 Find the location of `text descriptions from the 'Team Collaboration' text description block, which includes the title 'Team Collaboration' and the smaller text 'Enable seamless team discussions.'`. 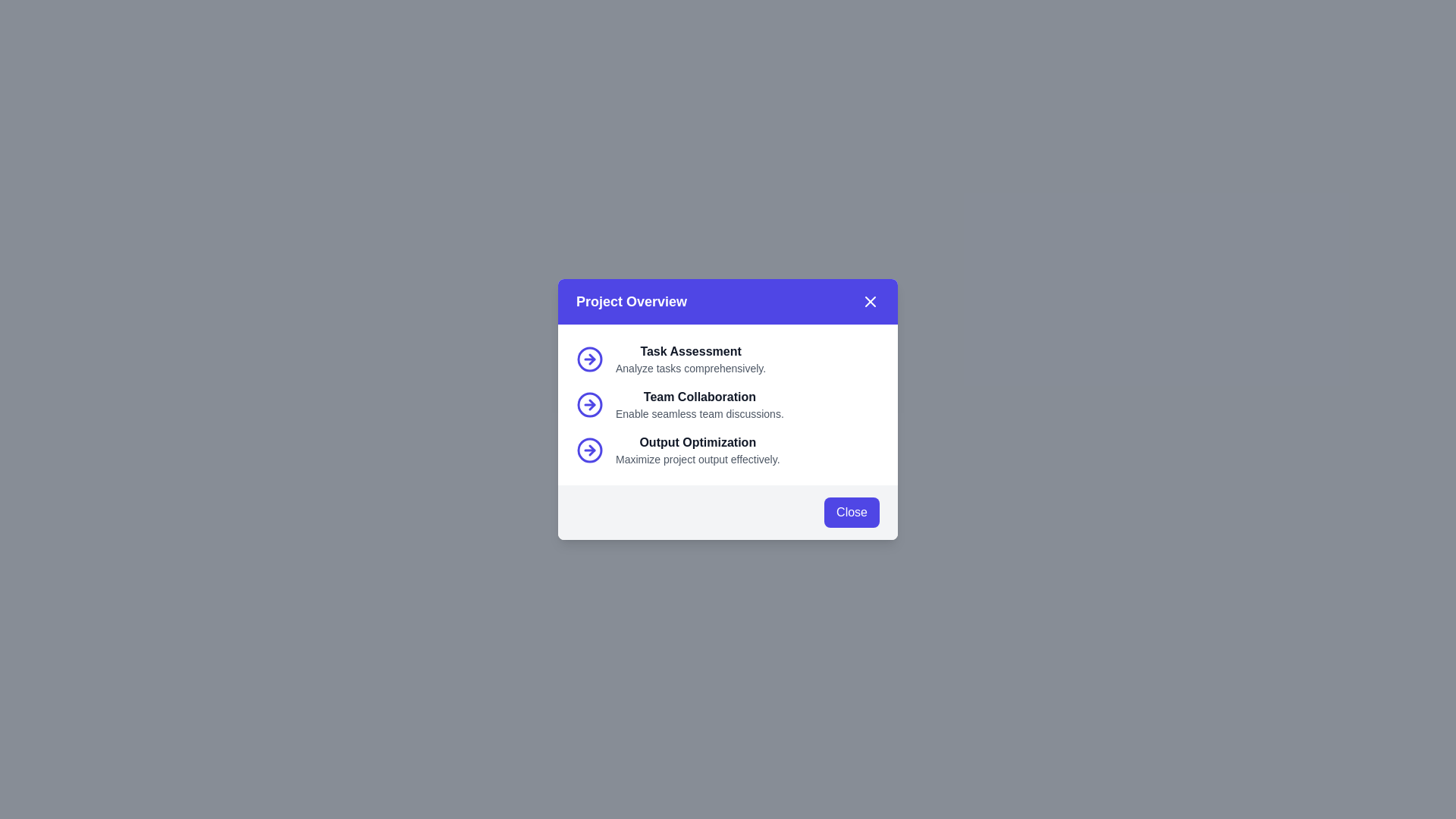

text descriptions from the 'Team Collaboration' text description block, which includes the title 'Team Collaboration' and the smaller text 'Enable seamless team discussions.' is located at coordinates (698, 403).